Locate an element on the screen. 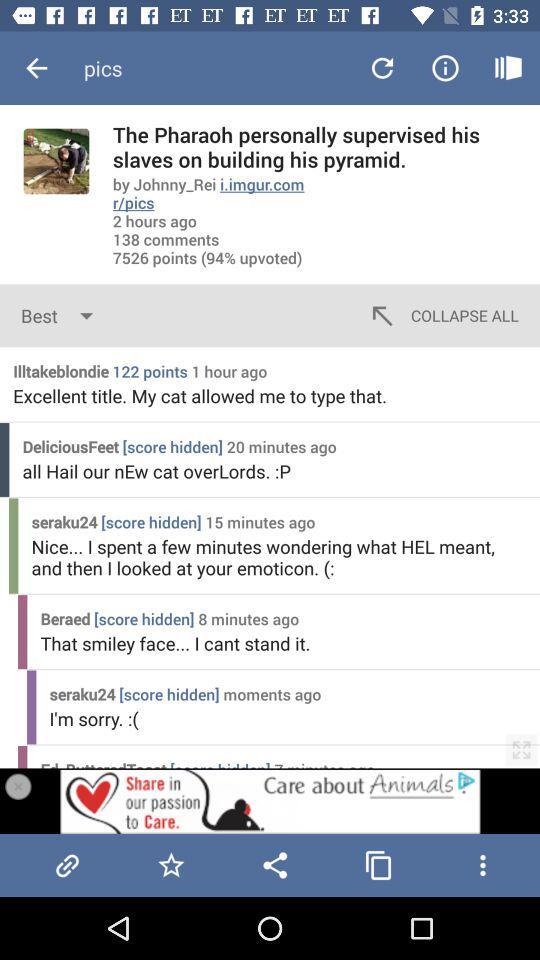 This screenshot has height=960, width=540. the attach_file icon is located at coordinates (67, 864).